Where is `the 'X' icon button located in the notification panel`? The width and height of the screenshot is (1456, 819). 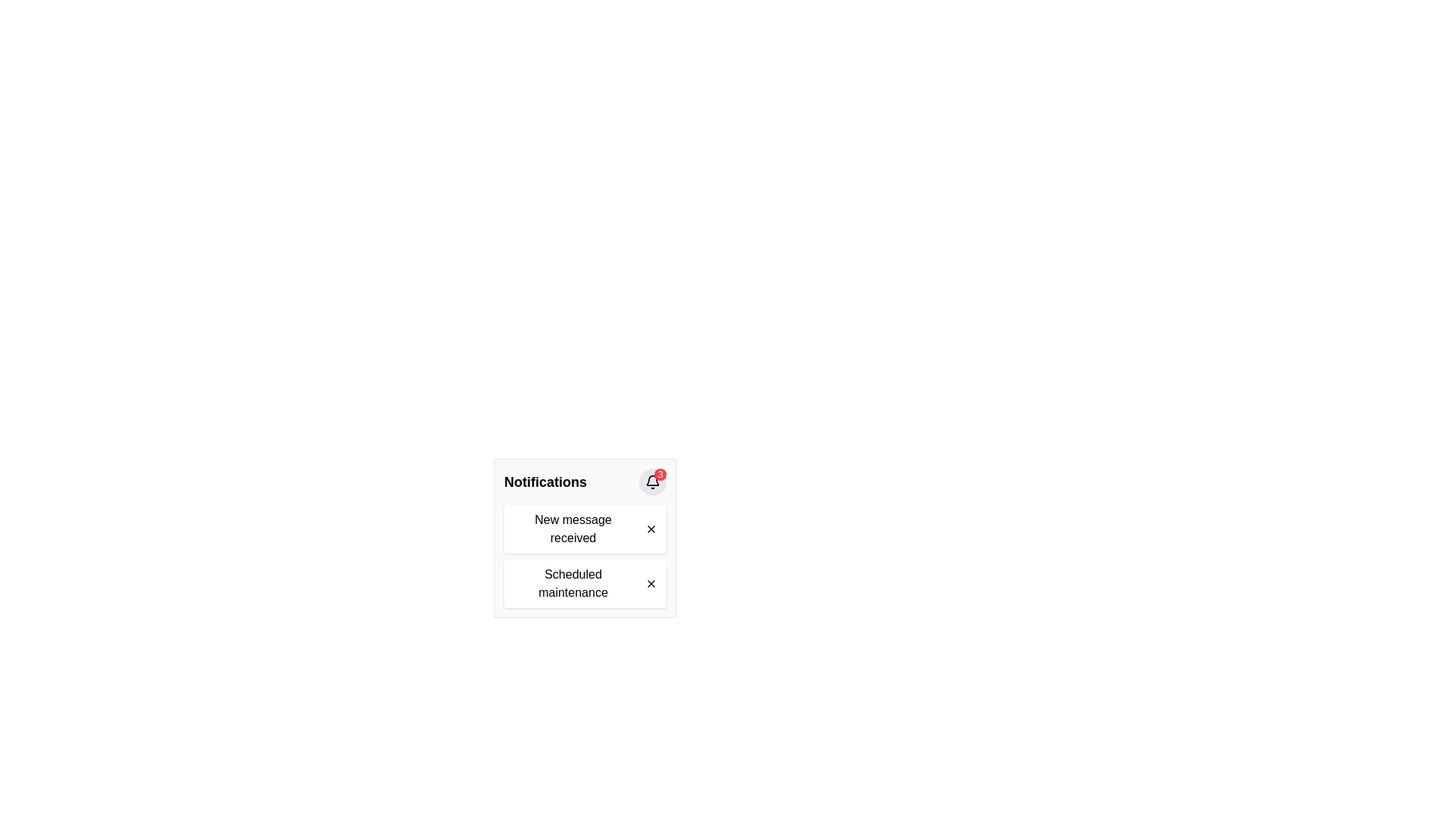
the 'X' icon button located in the notification panel is located at coordinates (651, 529).